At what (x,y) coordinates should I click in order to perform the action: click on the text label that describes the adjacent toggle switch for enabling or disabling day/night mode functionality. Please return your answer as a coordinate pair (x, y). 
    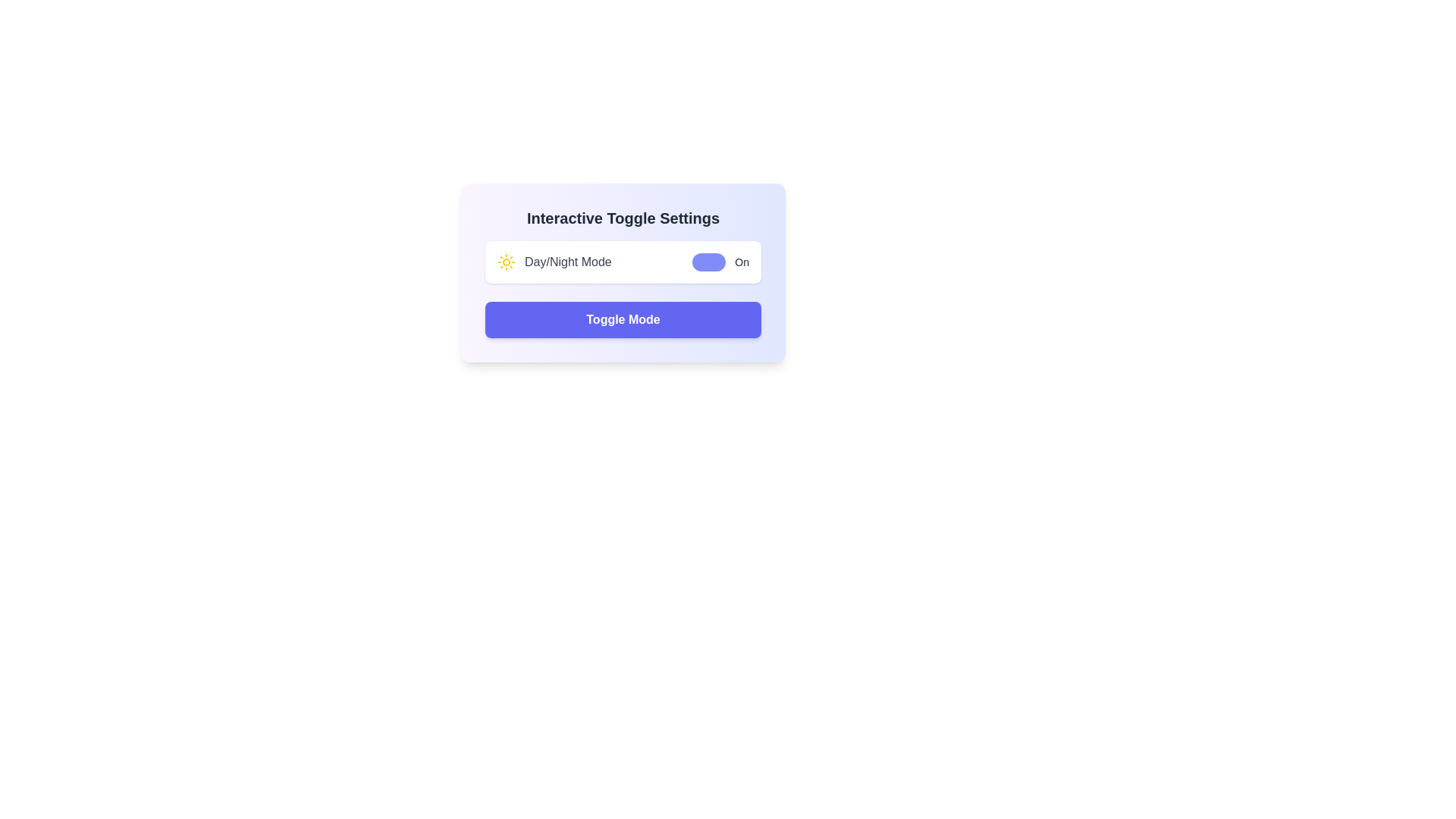
    Looking at the image, I should click on (567, 262).